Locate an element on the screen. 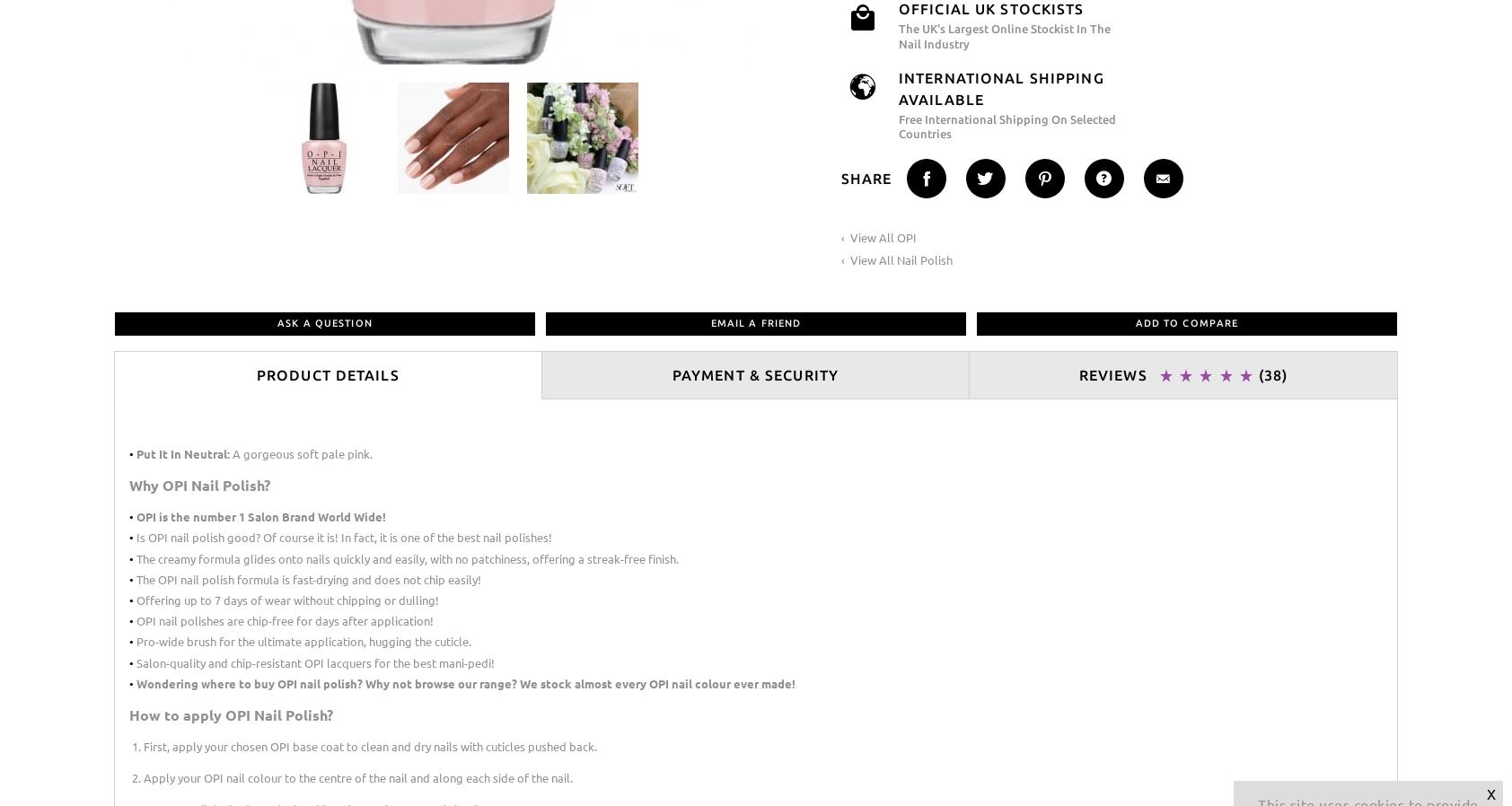  'False Eyelashes' is located at coordinates (815, 133).